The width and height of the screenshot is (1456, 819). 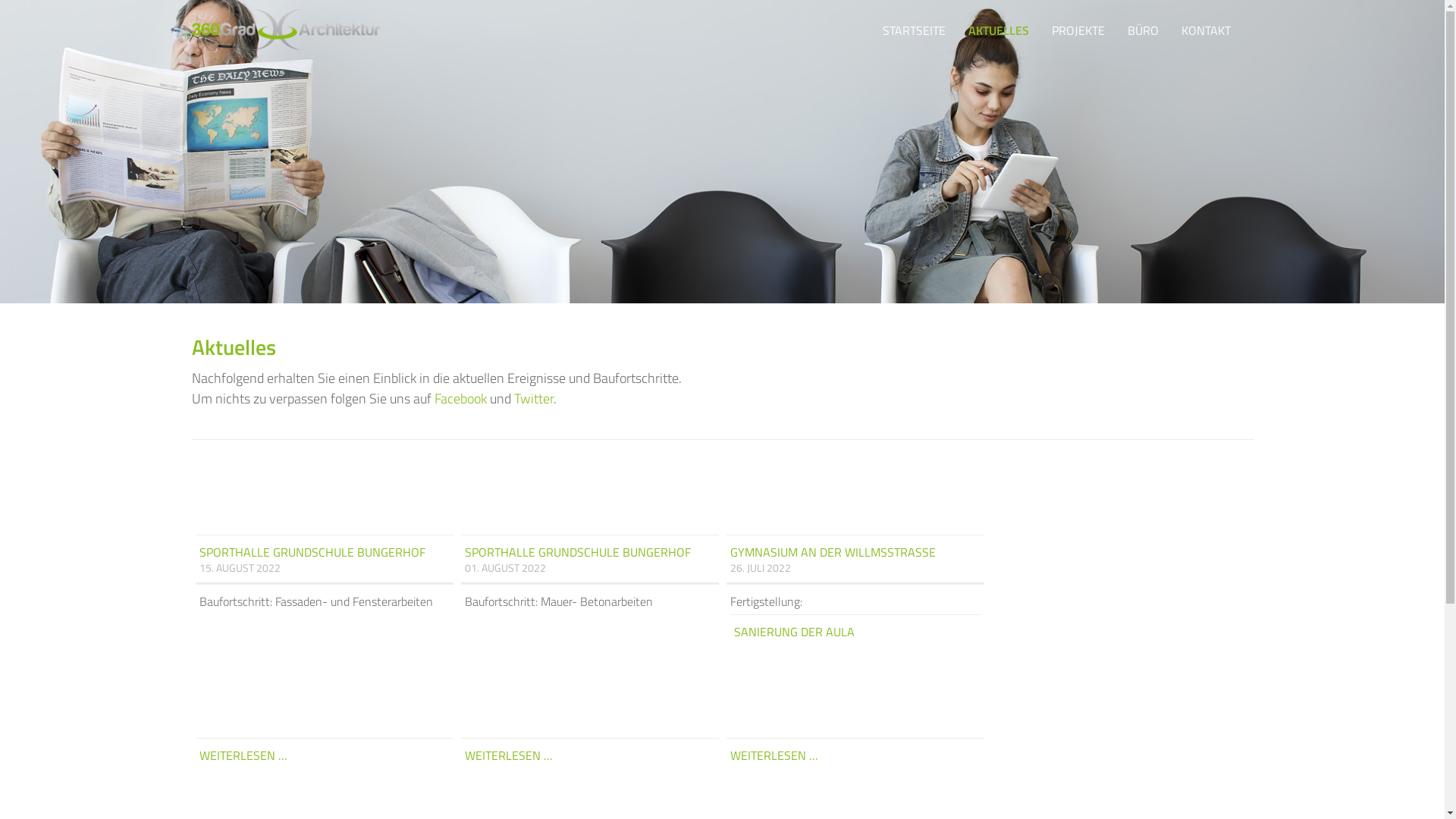 What do you see at coordinates (913, 30) in the screenshot?
I see `'STARTSEITE'` at bounding box center [913, 30].